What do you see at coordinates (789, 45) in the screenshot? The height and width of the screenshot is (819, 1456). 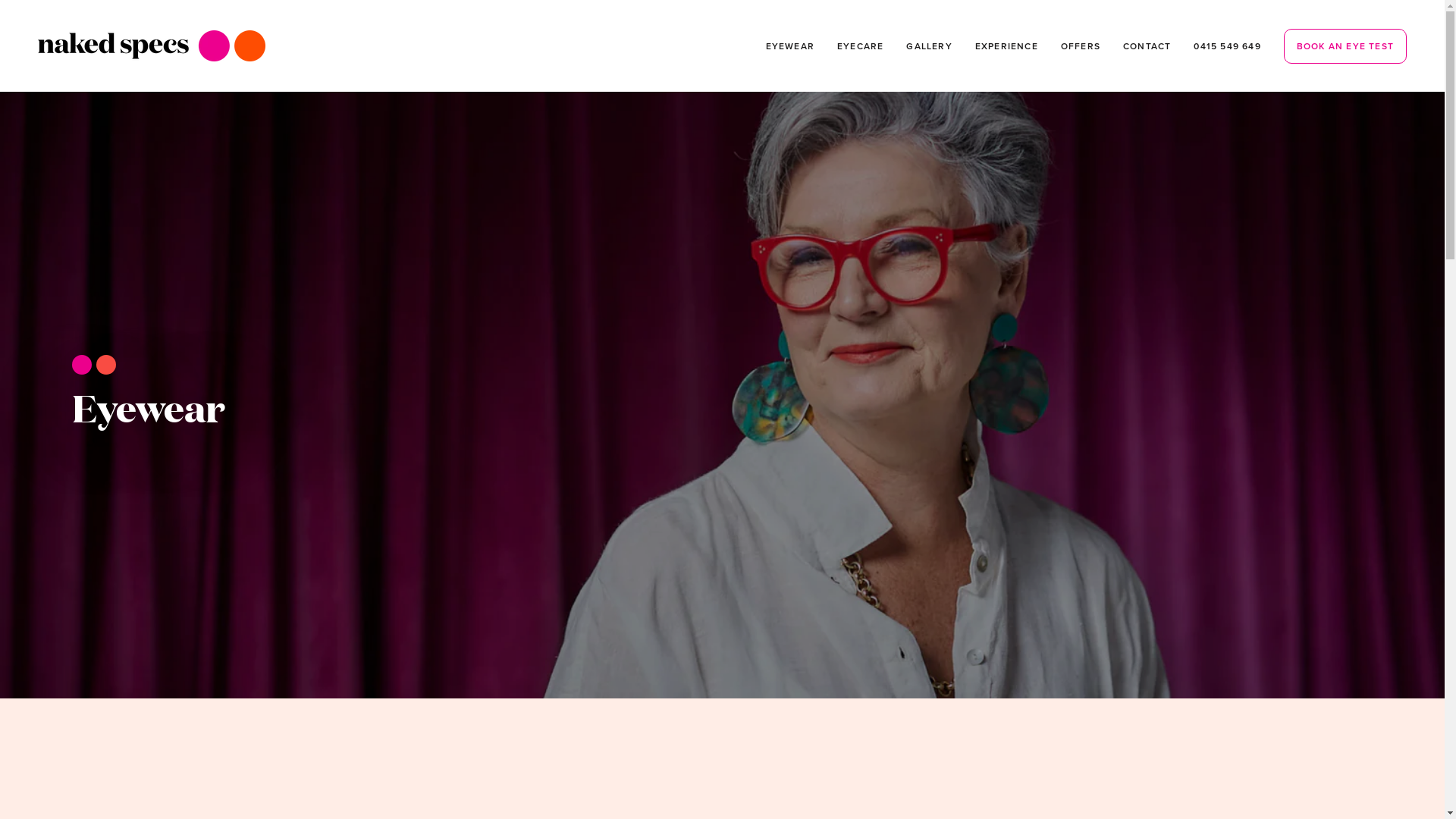 I see `'EYEWEAR'` at bounding box center [789, 45].